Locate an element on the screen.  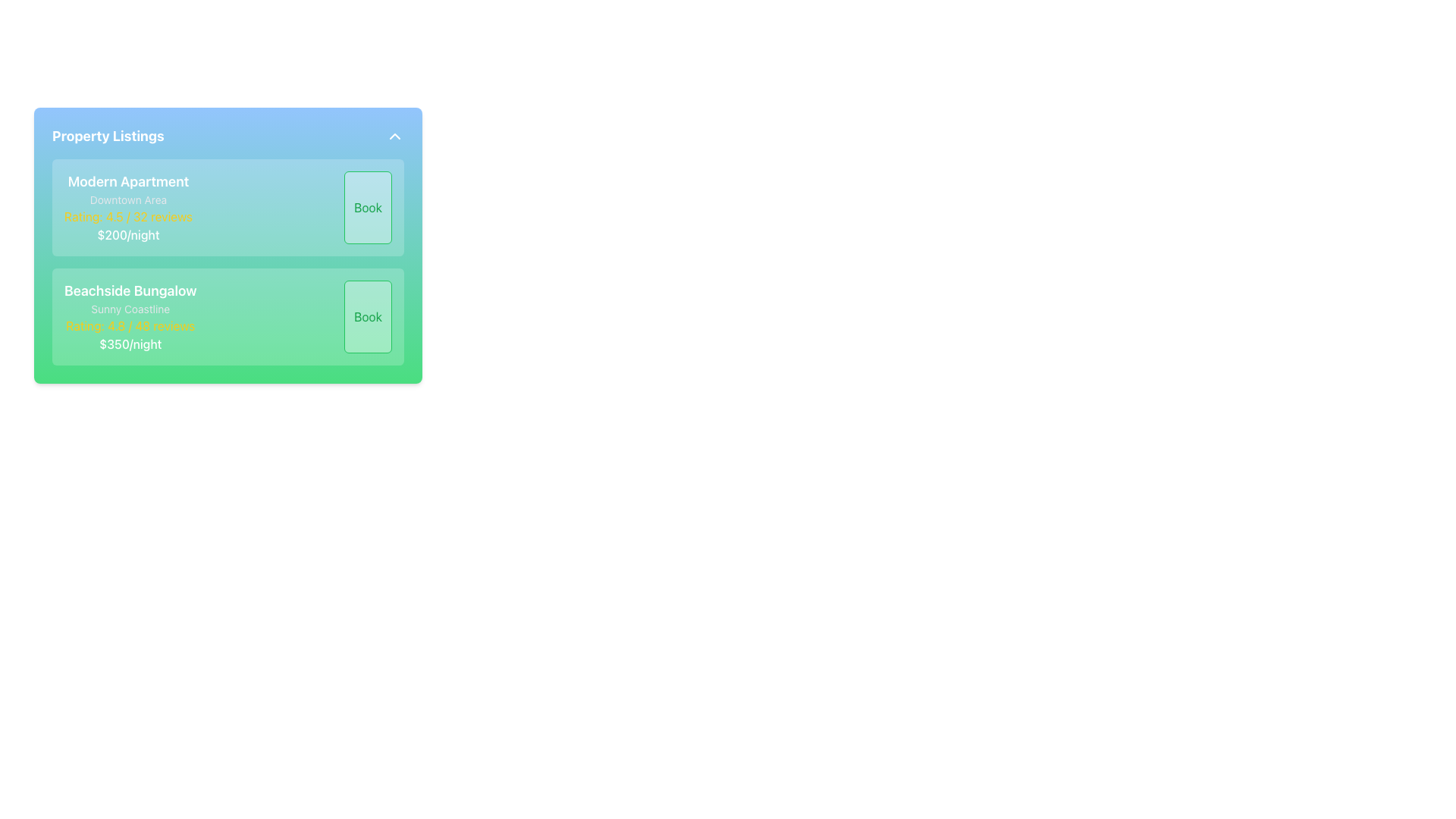
the Text Display Block featuring 'Beachside Bungalow' to trigger additional focus effects is located at coordinates (130, 315).